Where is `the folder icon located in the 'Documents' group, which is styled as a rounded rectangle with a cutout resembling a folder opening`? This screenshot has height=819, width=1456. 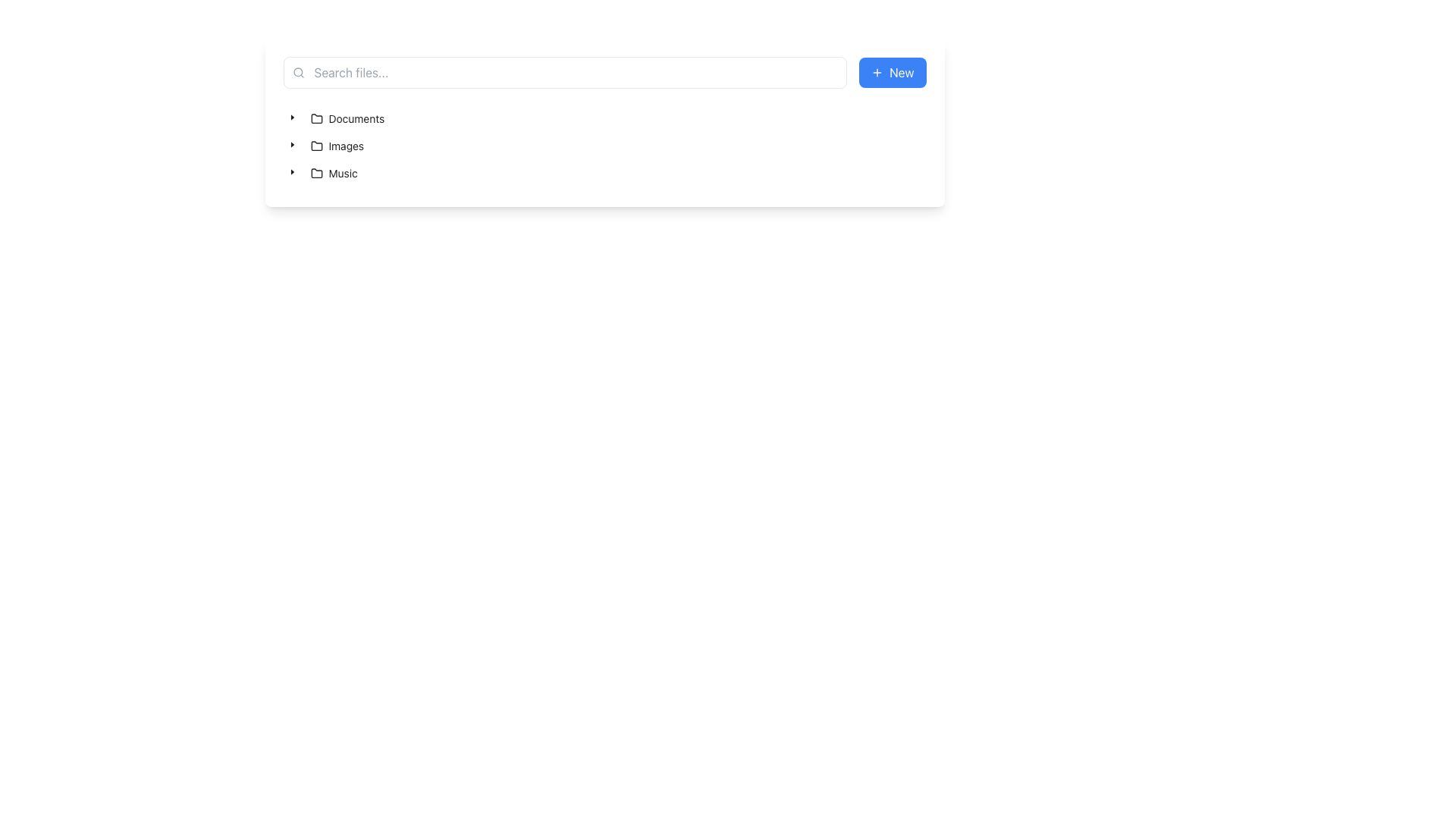 the folder icon located in the 'Documents' group, which is styled as a rounded rectangle with a cutout resembling a folder opening is located at coordinates (315, 118).